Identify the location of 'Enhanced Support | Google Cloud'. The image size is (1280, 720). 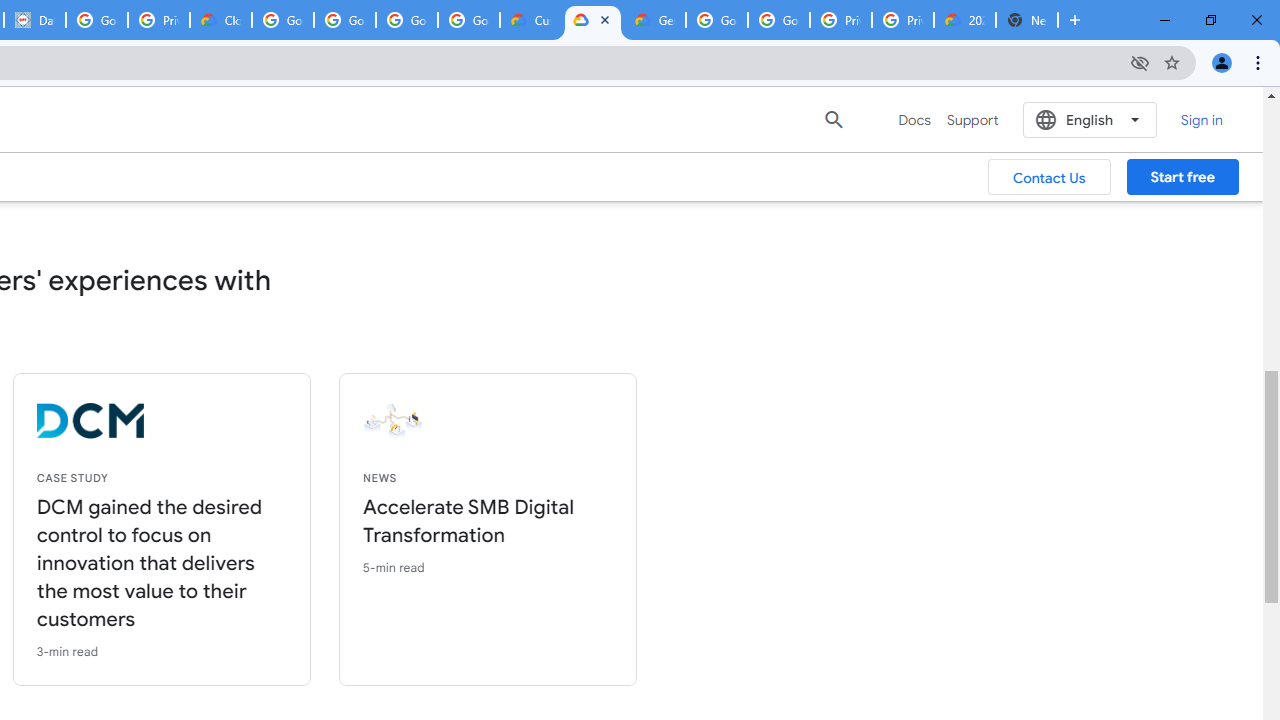
(592, 20).